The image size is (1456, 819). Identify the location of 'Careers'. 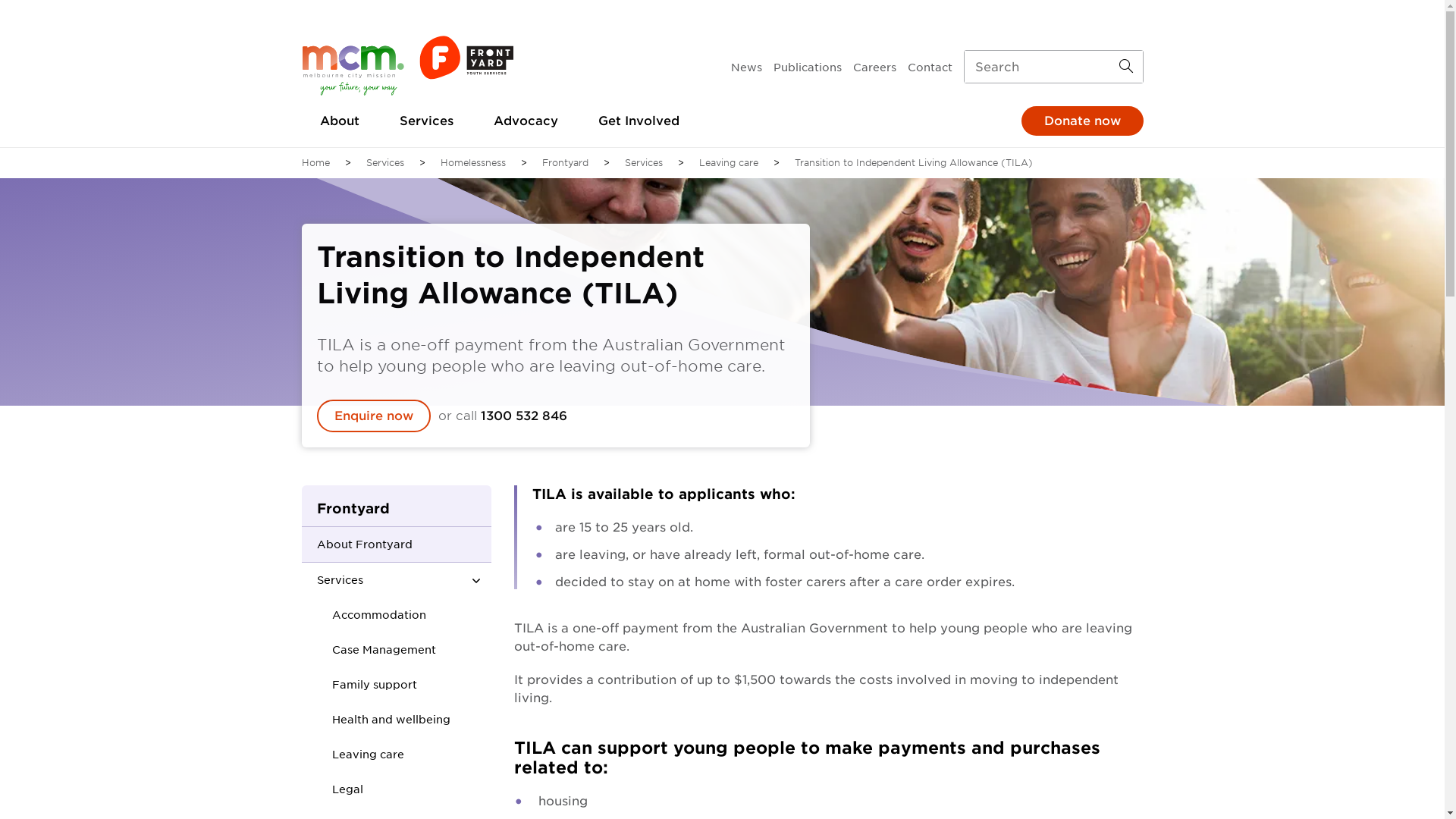
(874, 66).